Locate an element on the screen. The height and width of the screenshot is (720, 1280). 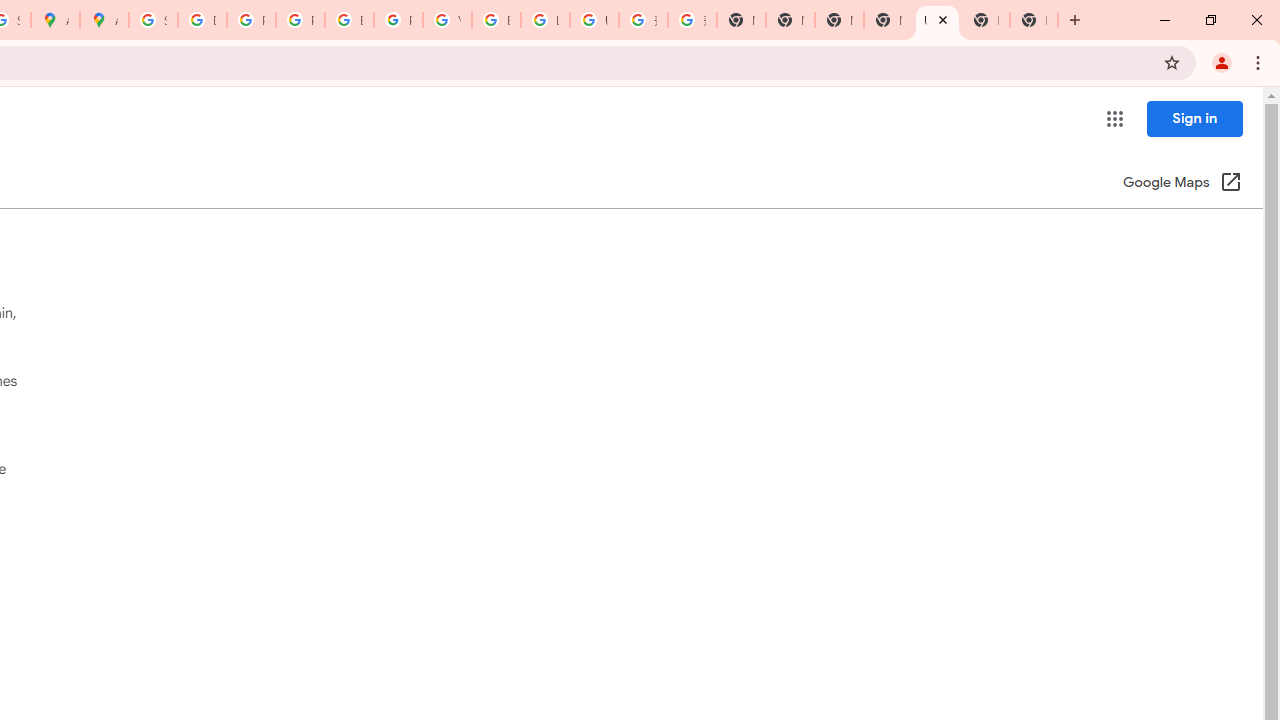
'Privacy Help Center - Policies Help' is located at coordinates (250, 20).